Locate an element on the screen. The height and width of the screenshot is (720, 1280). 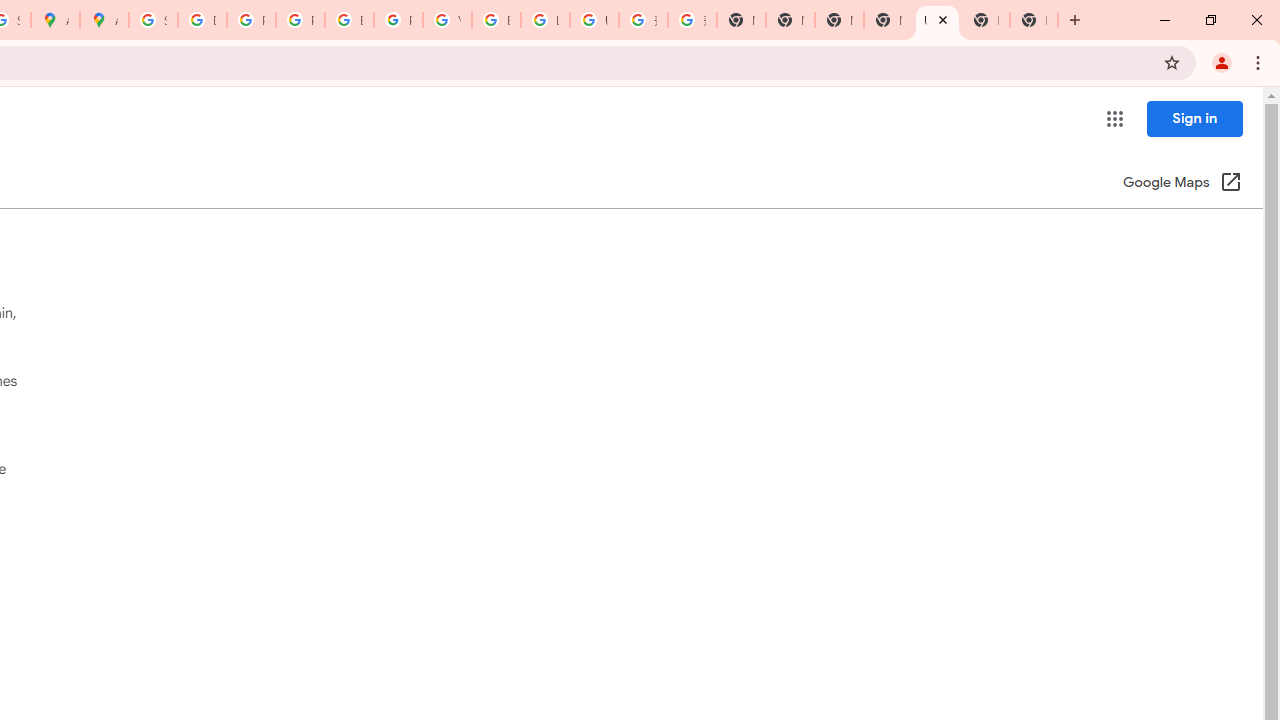
'Privacy Help Center - Policies Help' is located at coordinates (250, 20).